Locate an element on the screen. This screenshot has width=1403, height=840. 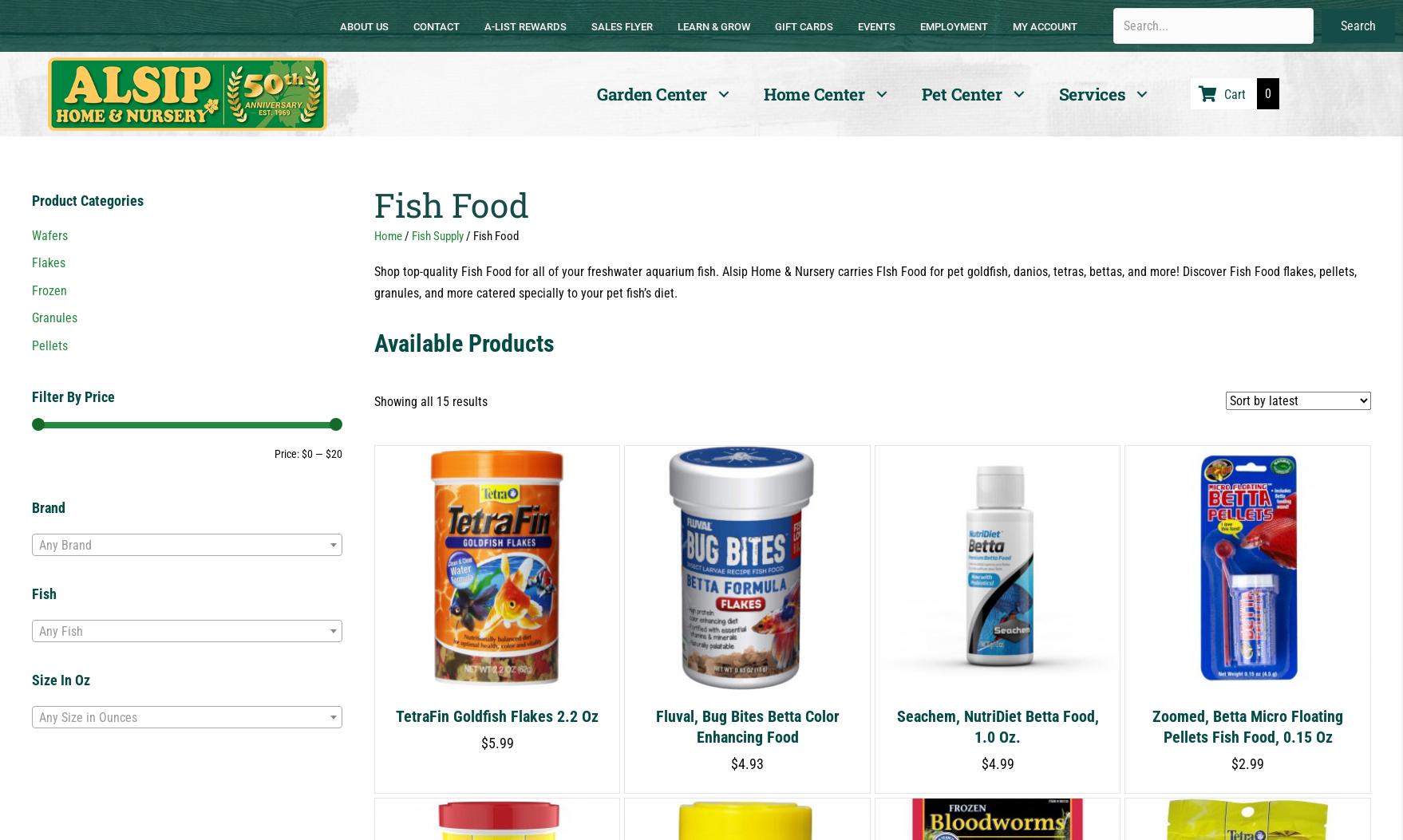
'Home' is located at coordinates (386, 235).